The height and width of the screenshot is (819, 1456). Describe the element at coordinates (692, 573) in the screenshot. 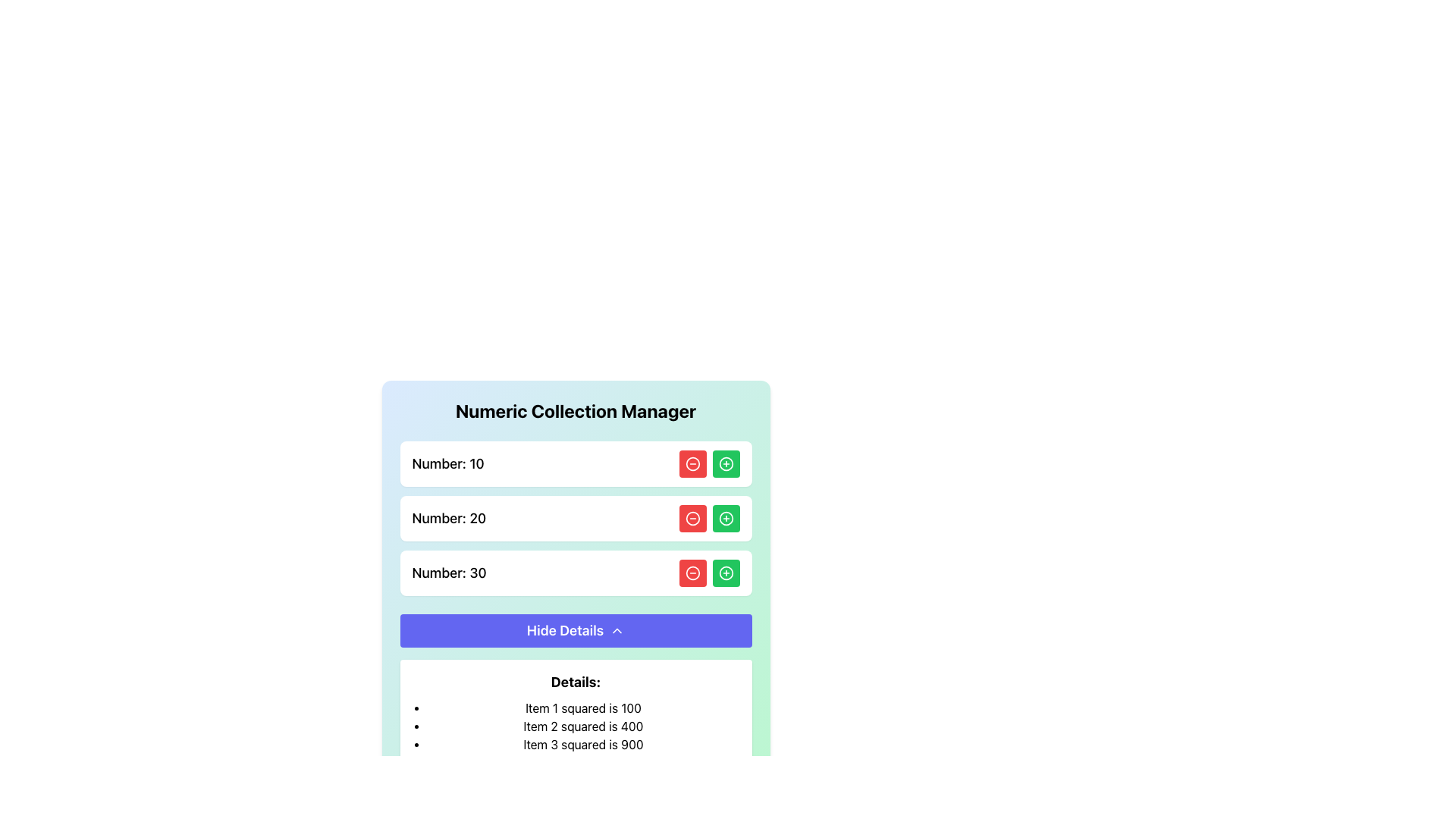

I see `the circular red 'minus' button located to the right of the 'Number: 30' text field in the bottommost entry of the numeric collection list` at that location.